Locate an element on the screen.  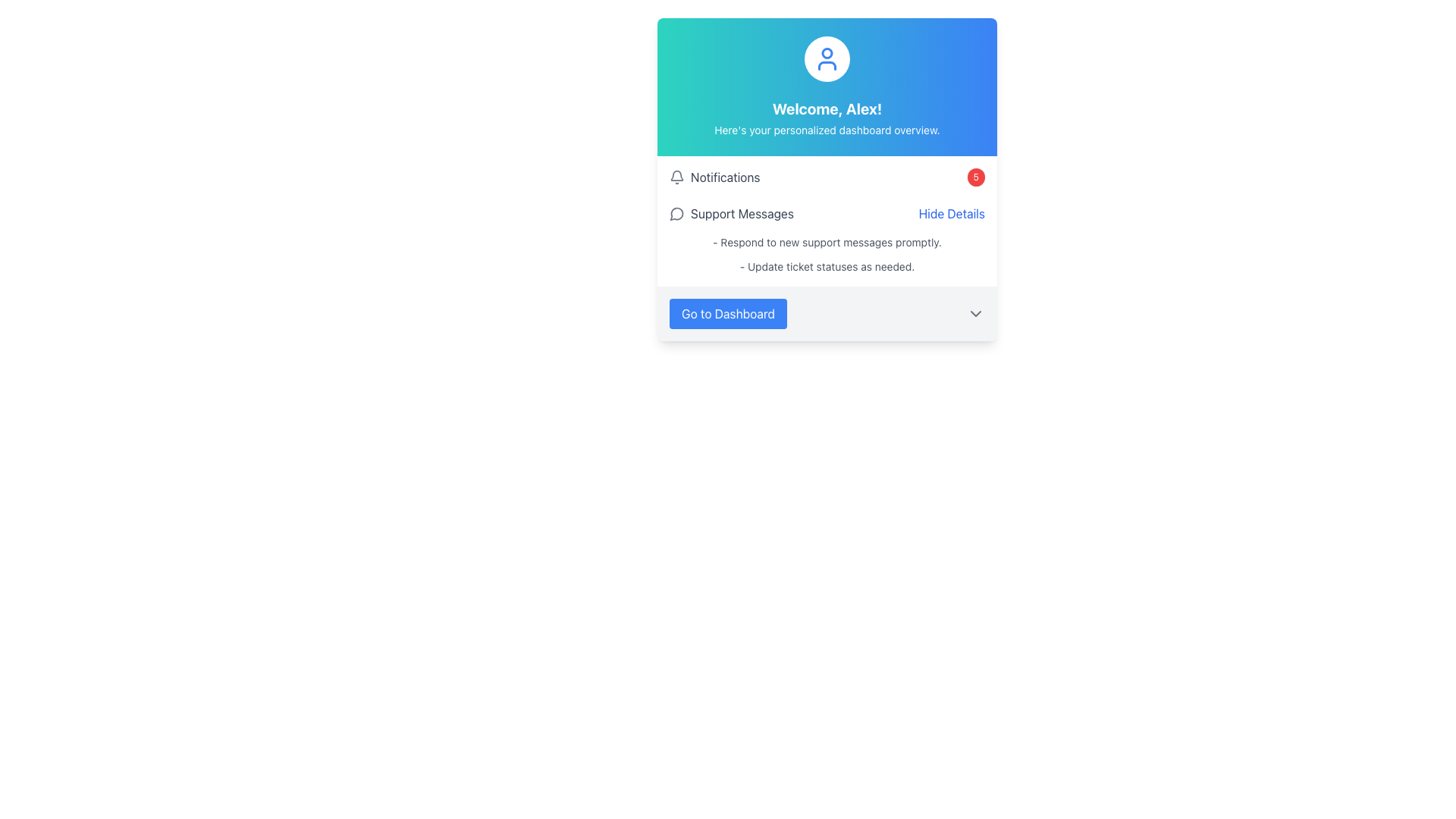
the static text element that serves as an introductory description beneath the header text 'Welcome, Alex!' is located at coordinates (826, 130).